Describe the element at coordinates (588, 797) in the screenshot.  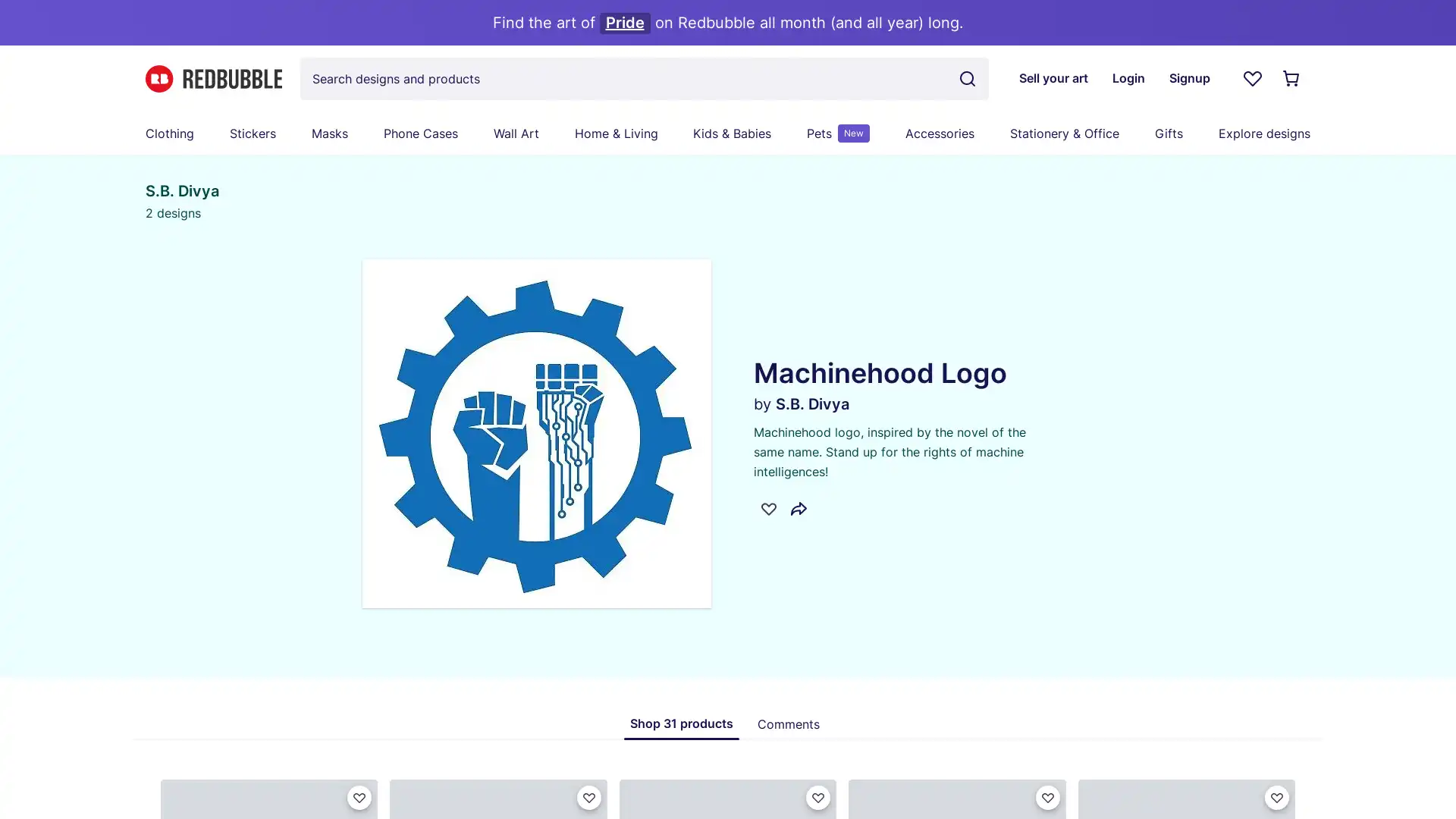
I see `Favorite` at that location.